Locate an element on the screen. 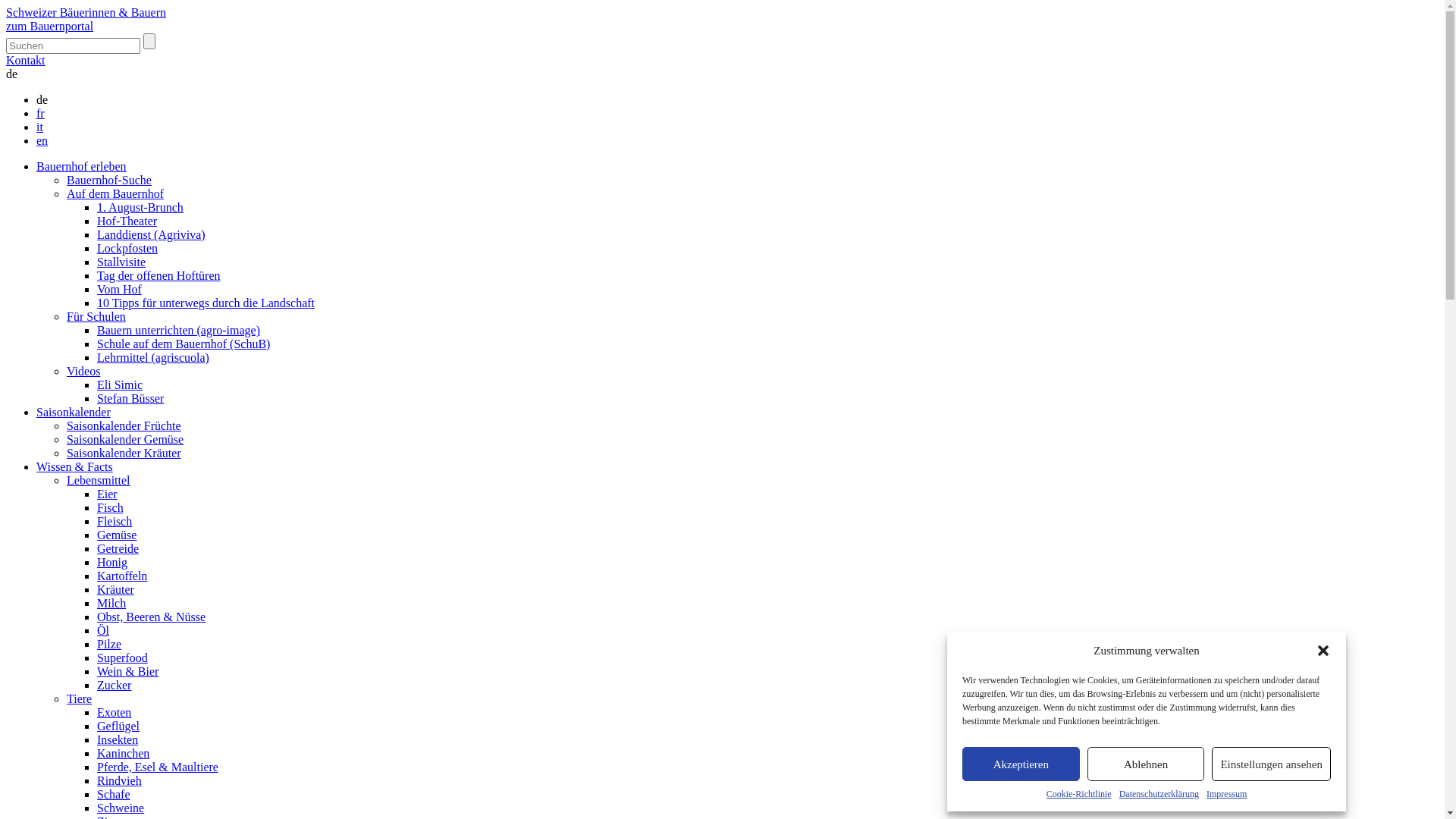 Image resolution: width=1456 pixels, height=819 pixels. 'Videos' is located at coordinates (83, 371).